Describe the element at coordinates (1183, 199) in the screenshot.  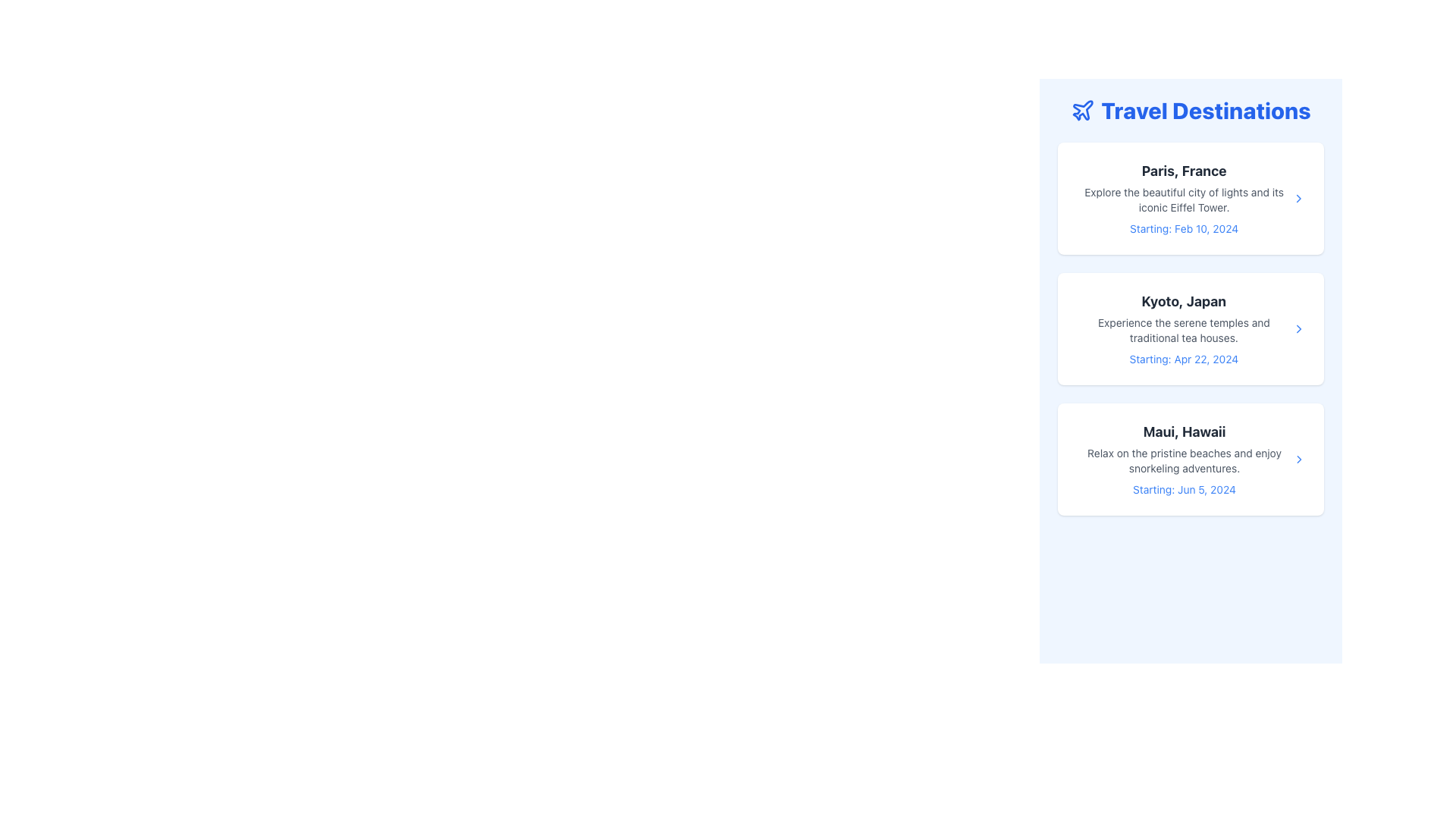
I see `the textual component that describes the travel destination in Paris, France, which reads: 'Explore the beautiful city of lights and its iconic Eiffel Tower.'` at that location.